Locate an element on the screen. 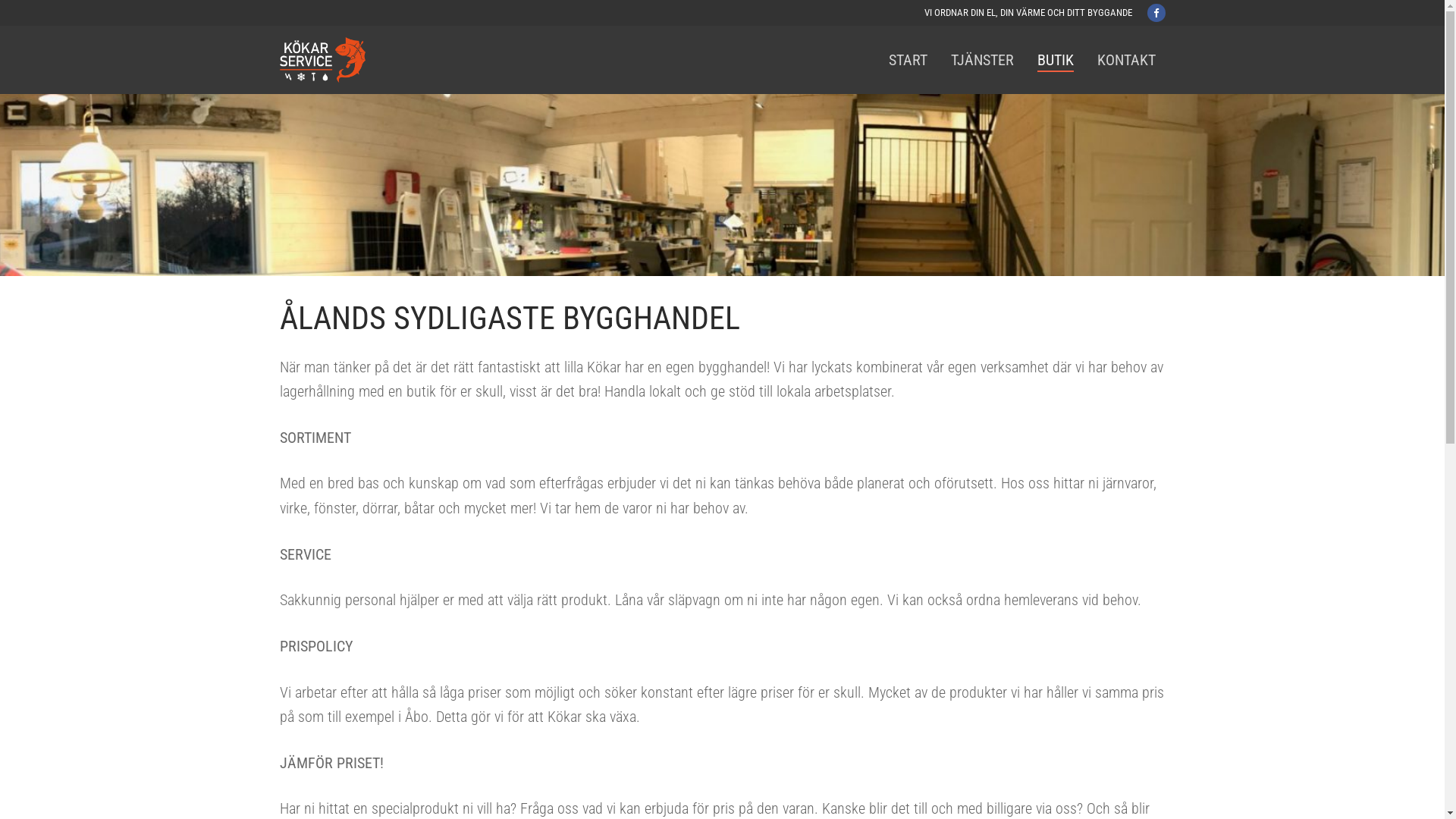  'BUTIK' is located at coordinates (1054, 58).